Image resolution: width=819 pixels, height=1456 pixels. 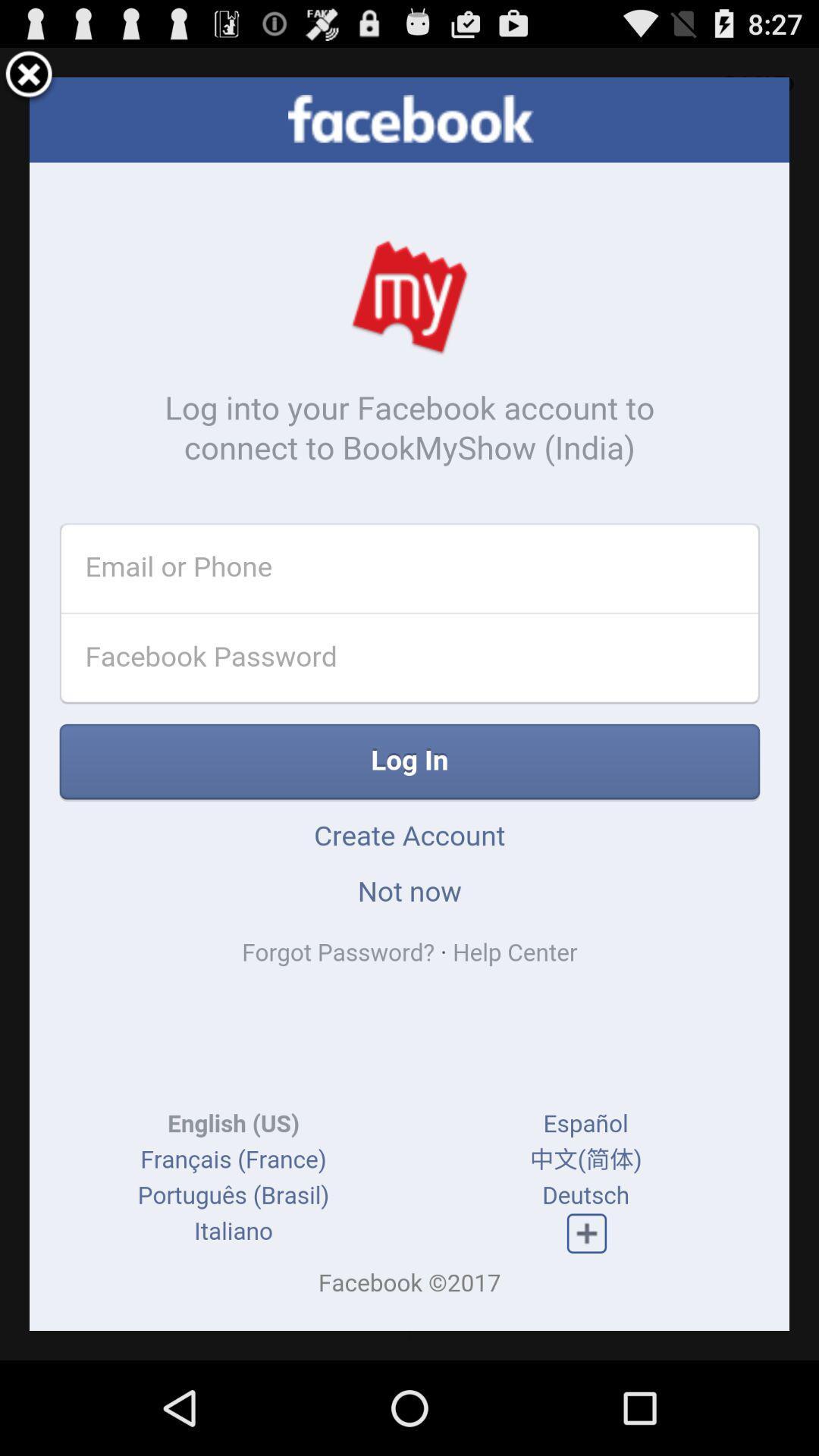 I want to click on option, so click(x=29, y=76).